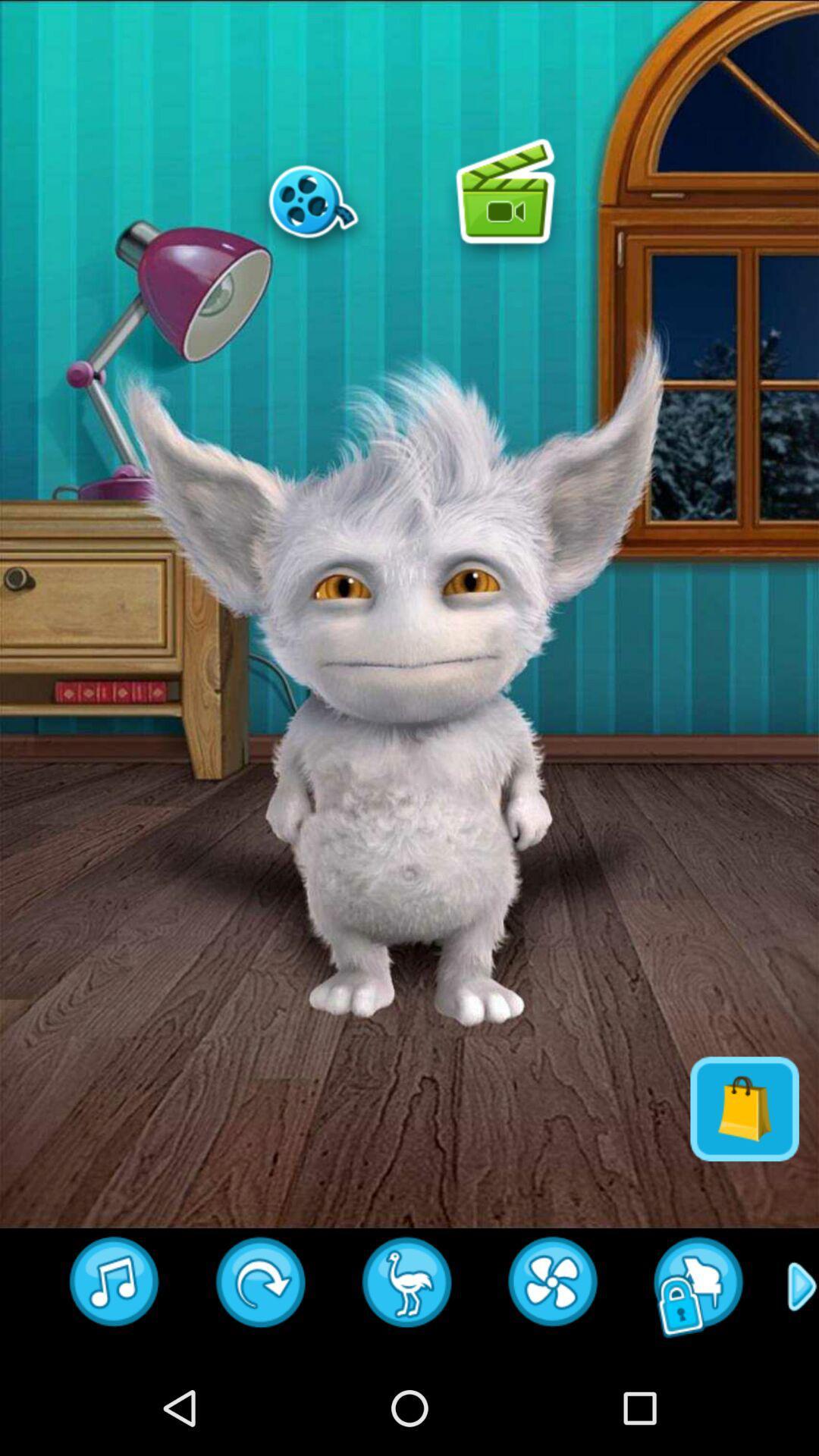 The width and height of the screenshot is (819, 1456). Describe the element at coordinates (505, 200) in the screenshot. I see `option selection` at that location.